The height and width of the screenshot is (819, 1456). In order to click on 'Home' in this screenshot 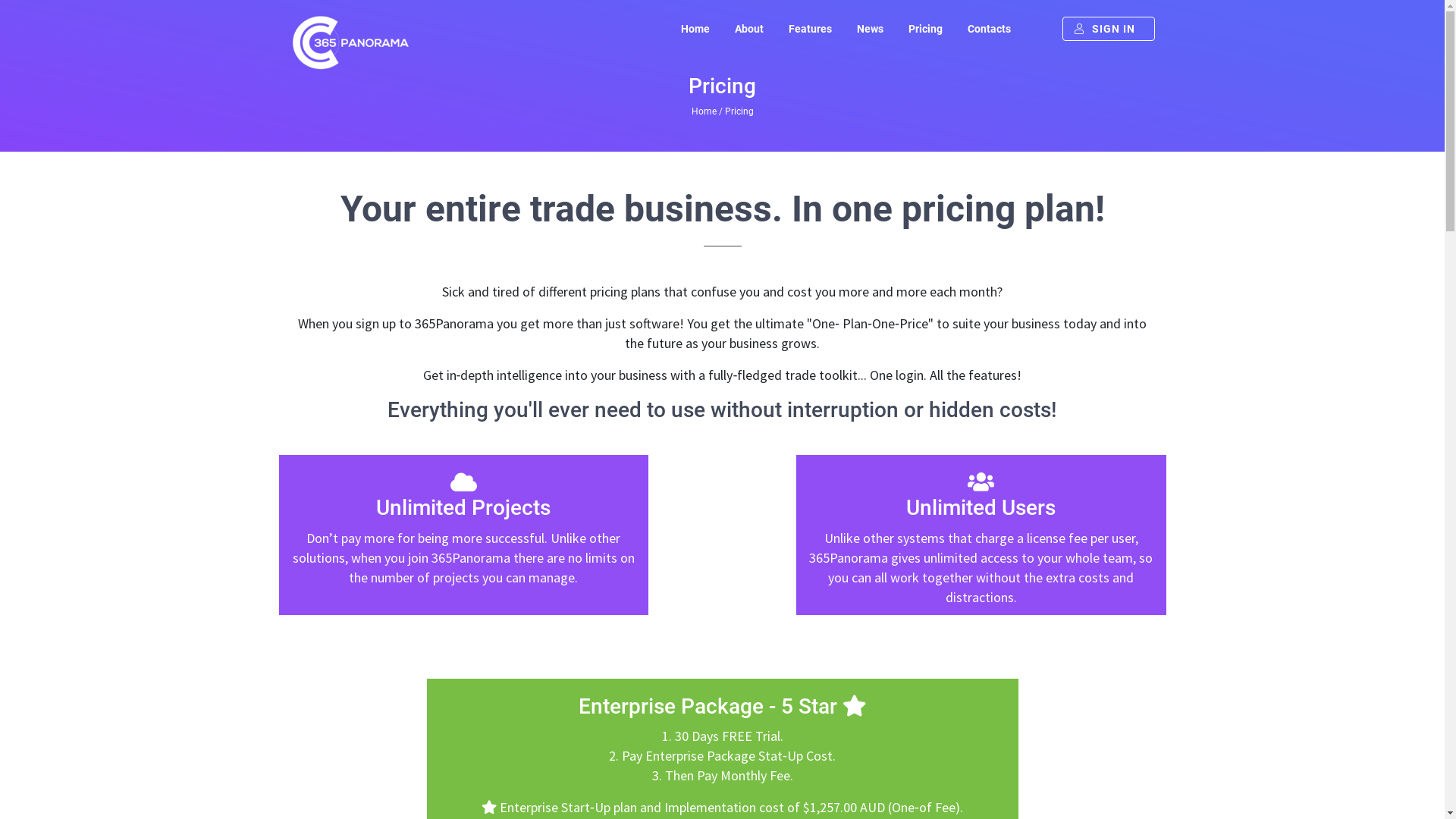, I will do `click(703, 110)`.